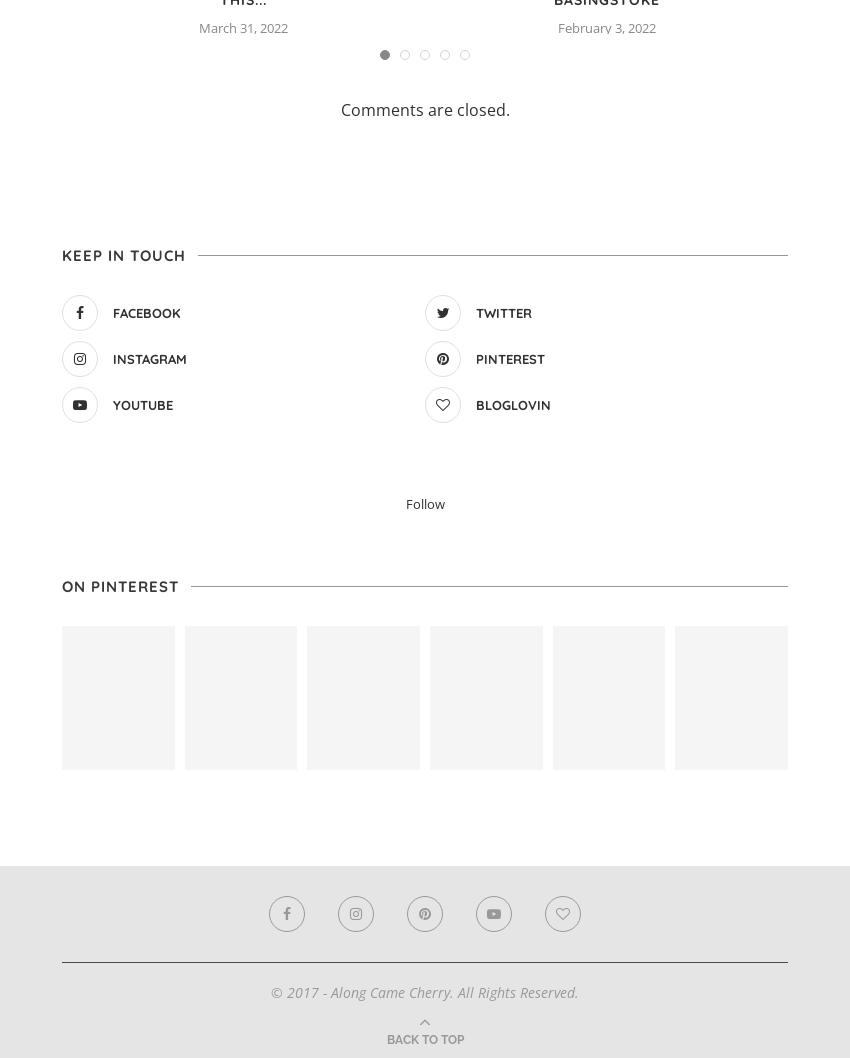  I want to click on 'Back To Top', so click(424, 1037).